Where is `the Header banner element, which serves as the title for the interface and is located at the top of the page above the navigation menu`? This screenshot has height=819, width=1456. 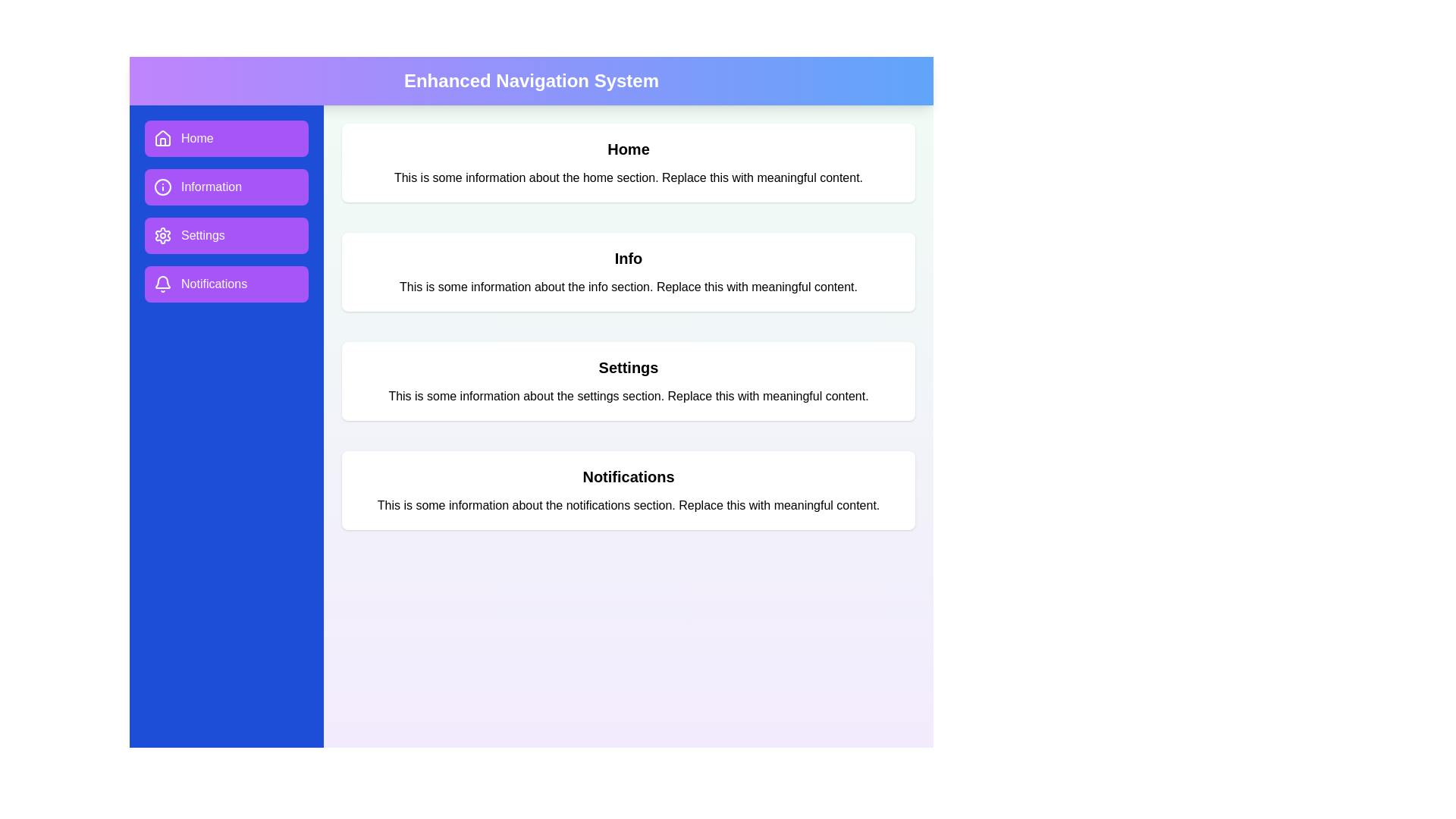
the Header banner element, which serves as the title for the interface and is located at the top of the page above the navigation menu is located at coordinates (531, 81).